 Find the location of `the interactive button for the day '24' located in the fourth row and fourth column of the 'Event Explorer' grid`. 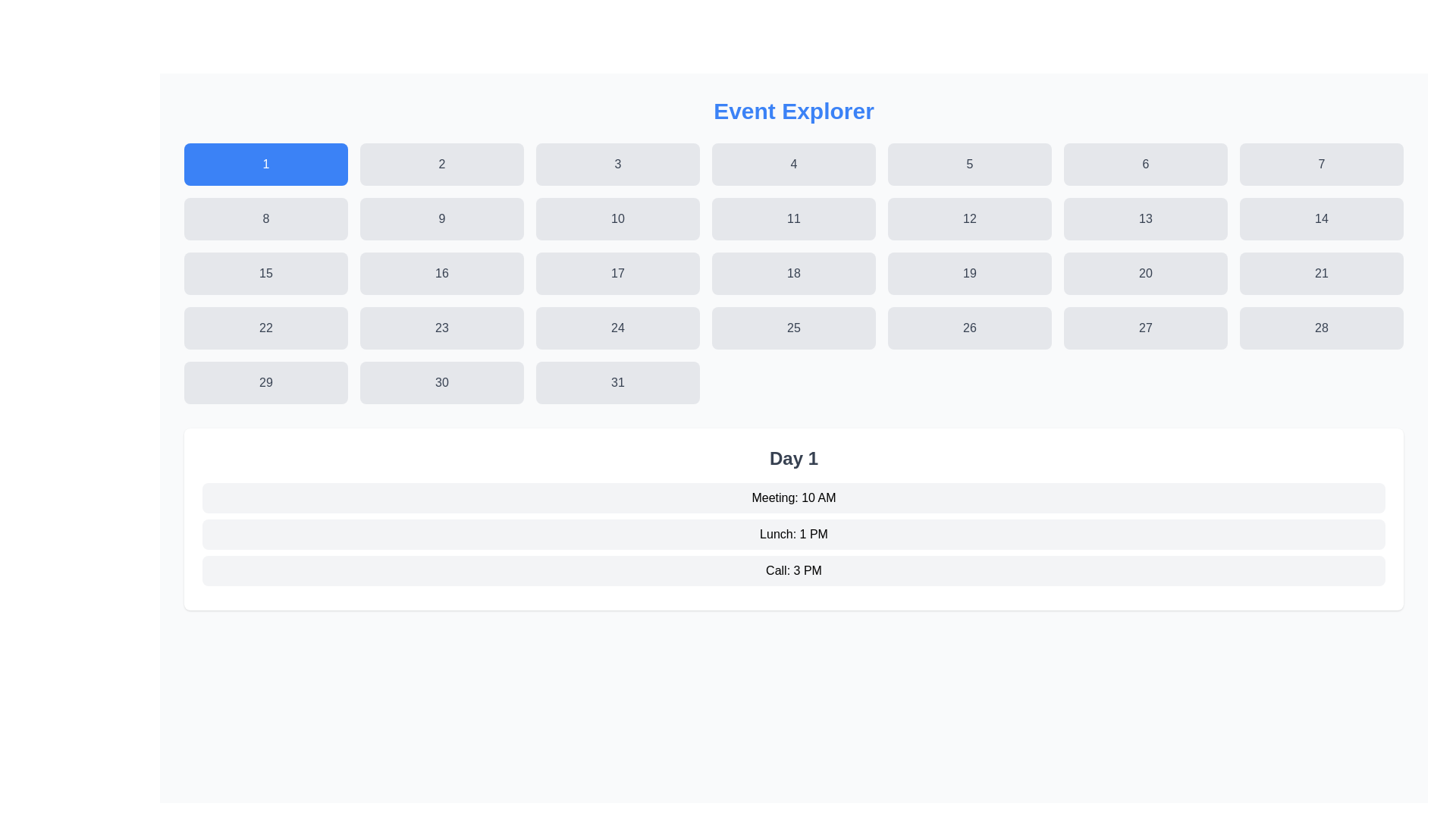

the interactive button for the day '24' located in the fourth row and fourth column of the 'Event Explorer' grid is located at coordinates (618, 327).